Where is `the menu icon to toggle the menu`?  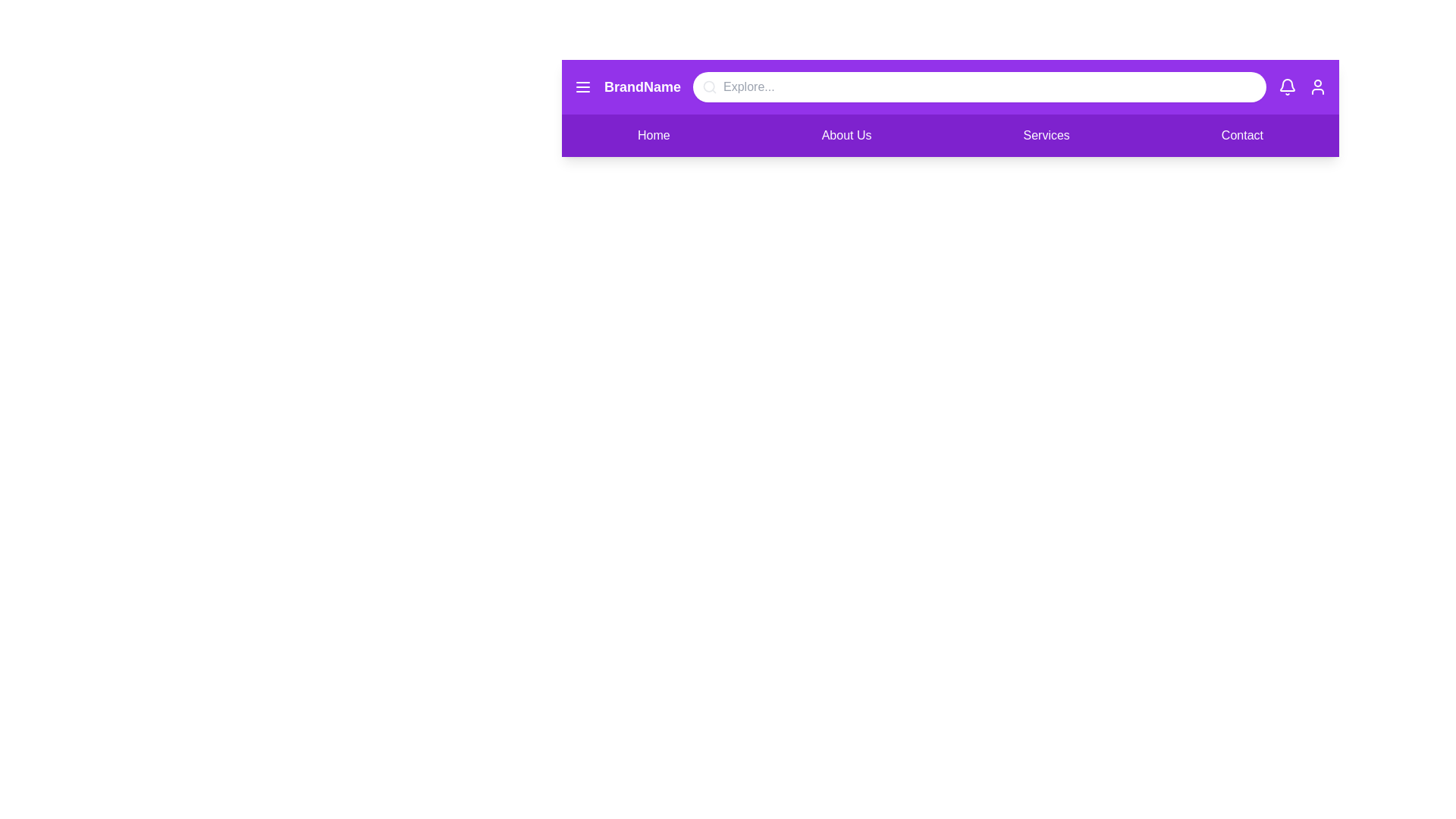 the menu icon to toggle the menu is located at coordinates (582, 87).